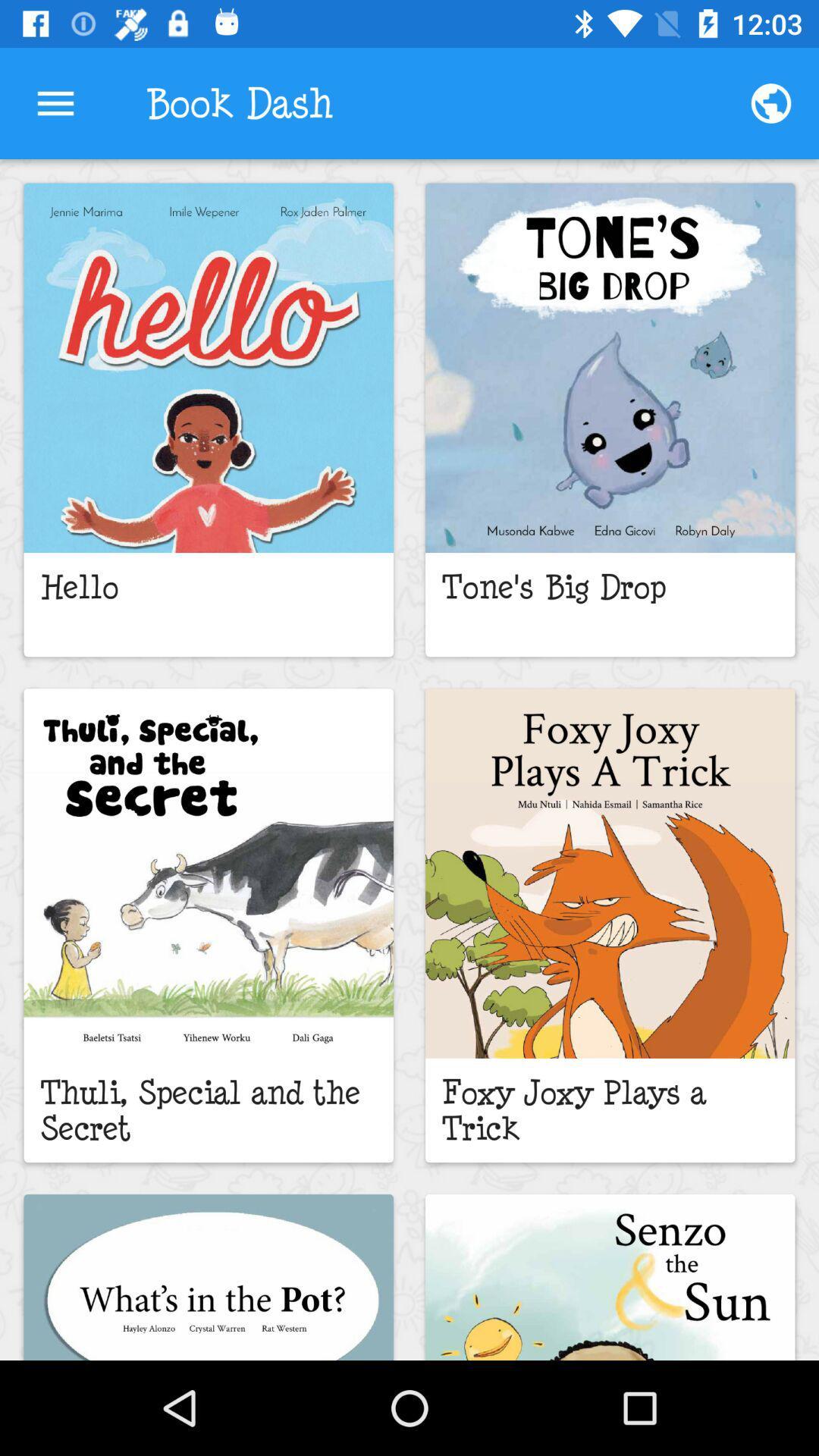  I want to click on the icon next to book dash, so click(55, 102).